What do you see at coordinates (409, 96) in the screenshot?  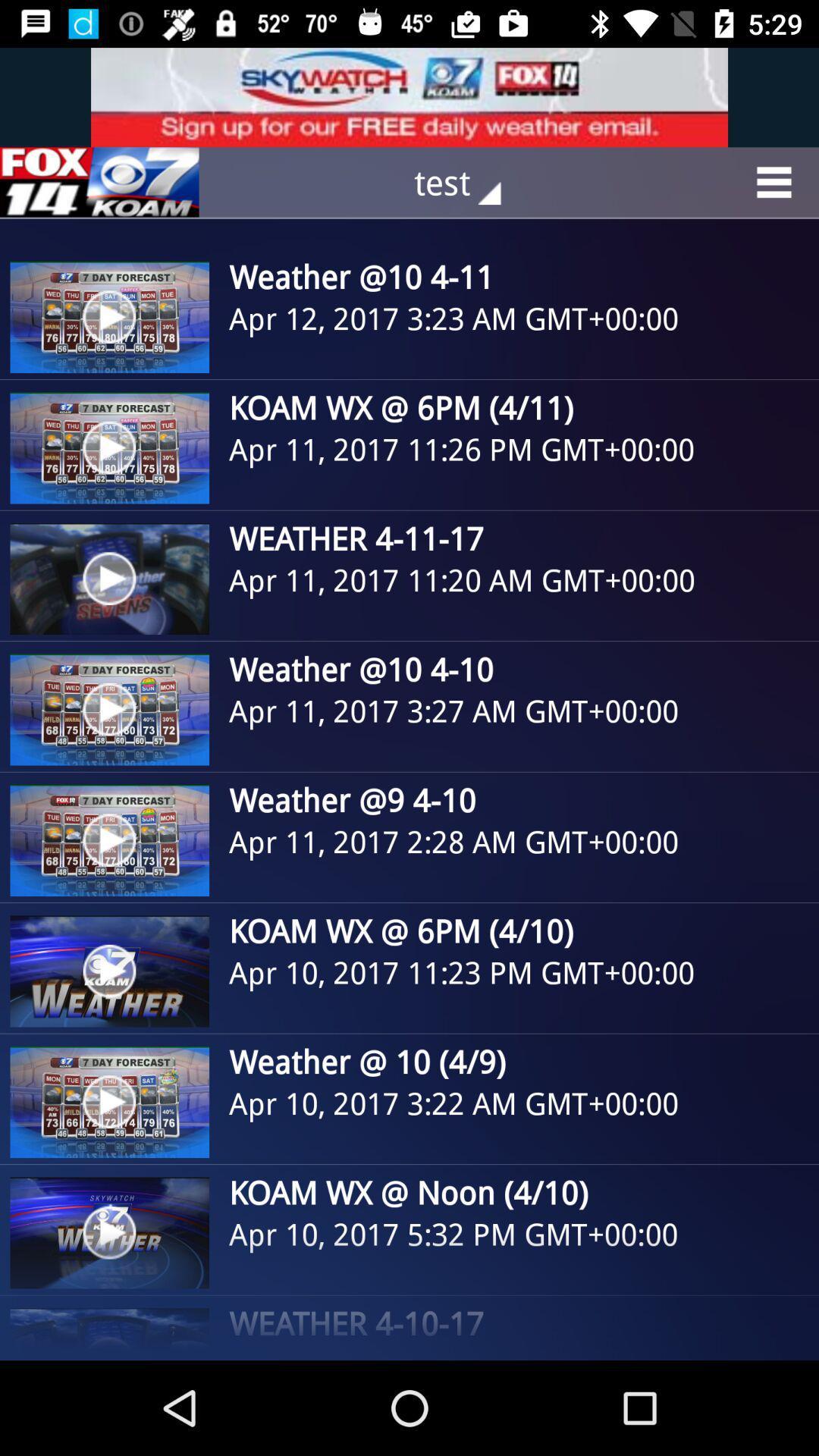 I see `visit advertised site` at bounding box center [409, 96].